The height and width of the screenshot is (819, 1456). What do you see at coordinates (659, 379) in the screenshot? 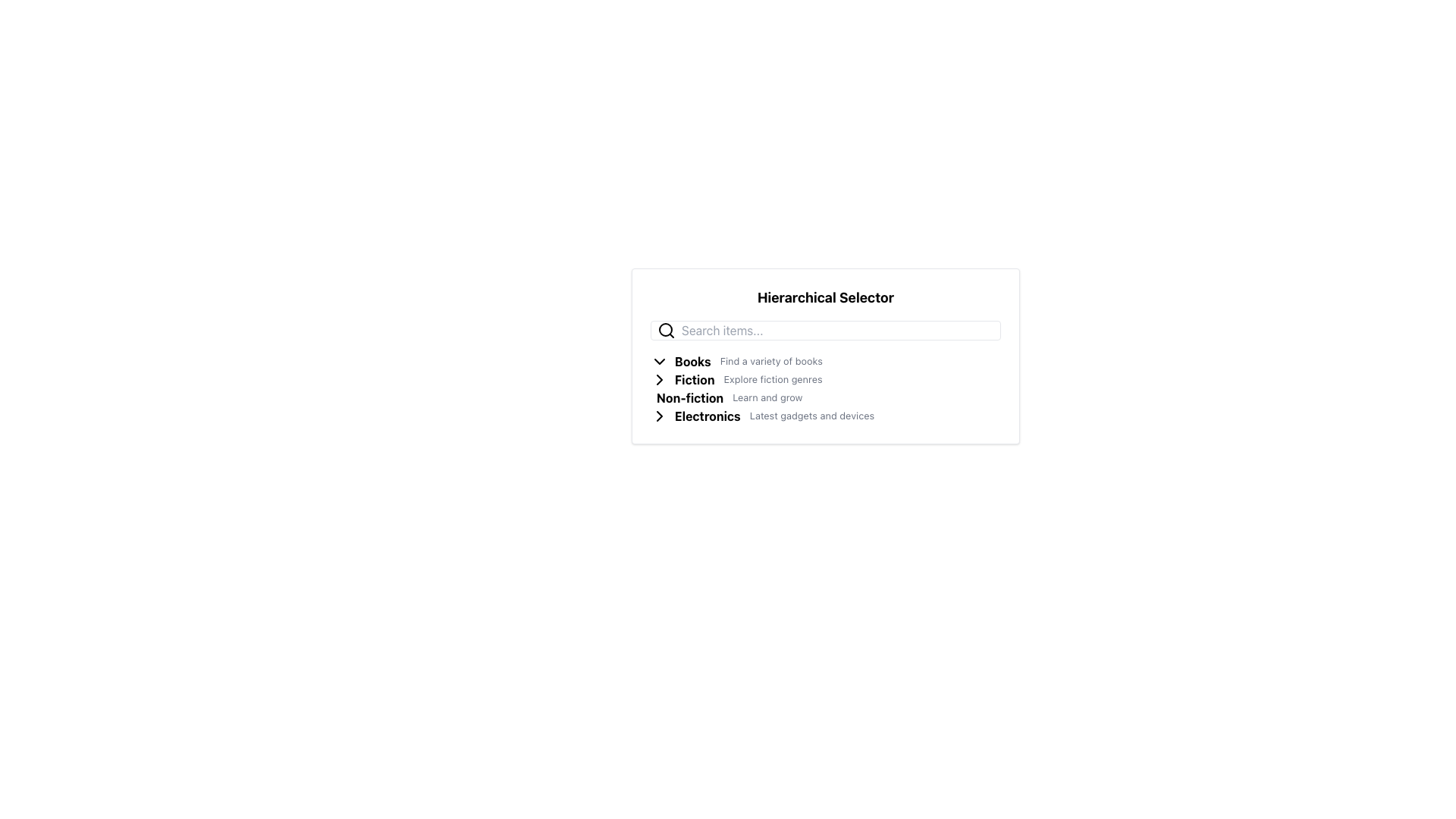
I see `the right-facing chevron arrow icon located to the left of the text 'Fiction', which indicates a collapsible menu item in a hierarchical list` at bounding box center [659, 379].